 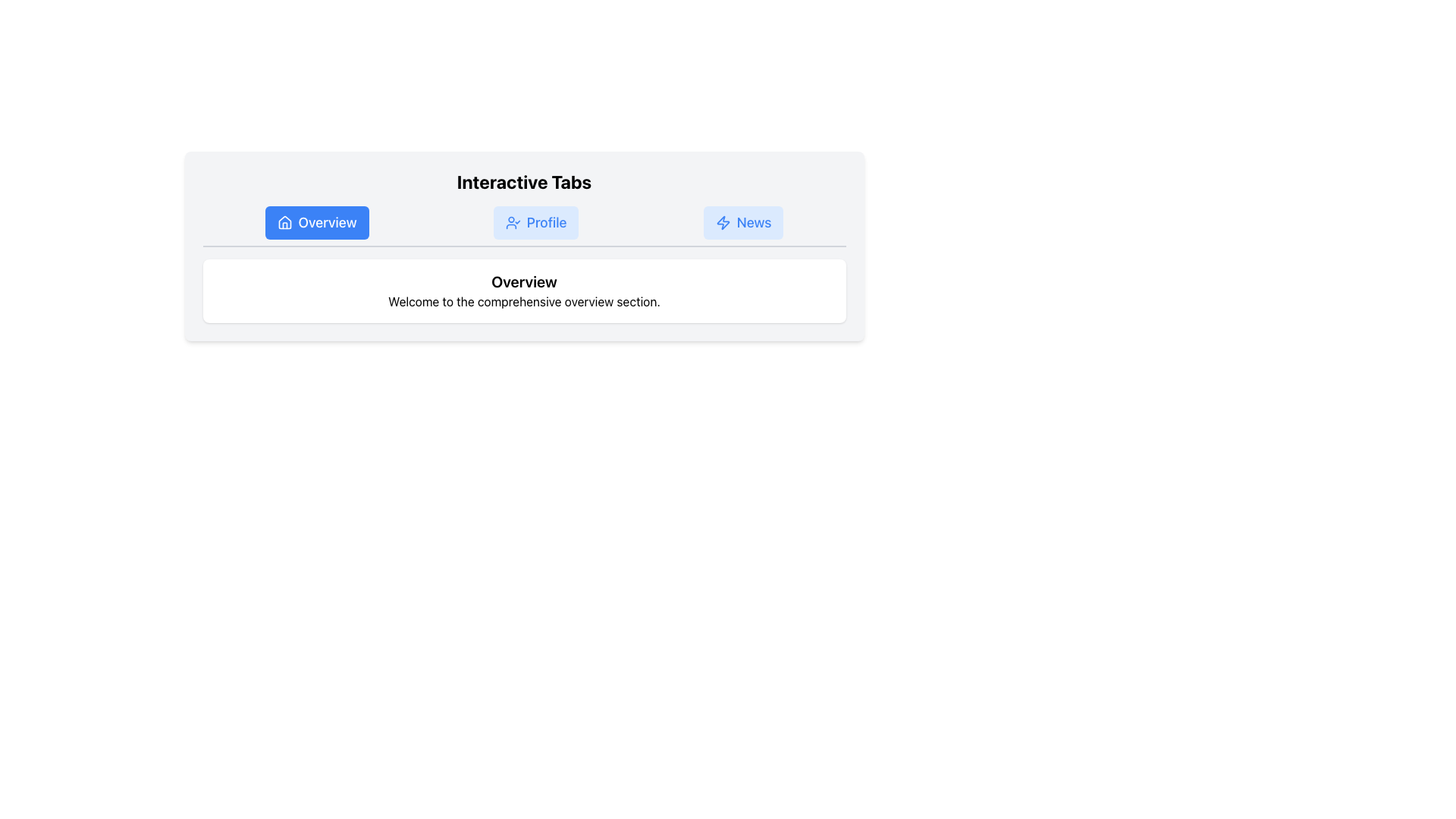 I want to click on the decorative icon representing the 'Overview' section, located at the center-left of the blue 'Overview' button on the tab navigation bar, so click(x=284, y=222).